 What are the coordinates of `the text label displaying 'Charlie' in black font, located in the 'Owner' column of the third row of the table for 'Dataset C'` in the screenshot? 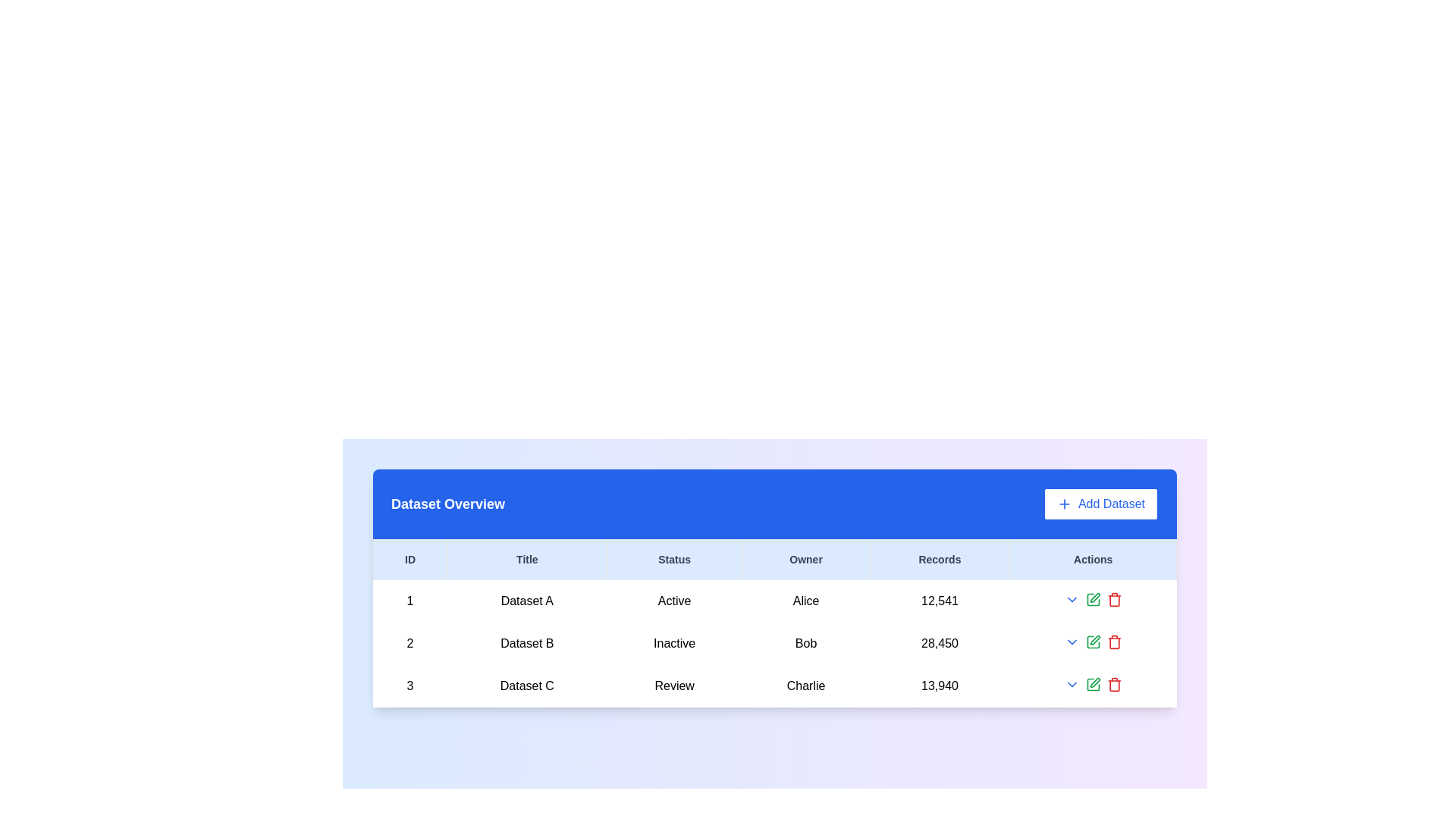 It's located at (805, 686).